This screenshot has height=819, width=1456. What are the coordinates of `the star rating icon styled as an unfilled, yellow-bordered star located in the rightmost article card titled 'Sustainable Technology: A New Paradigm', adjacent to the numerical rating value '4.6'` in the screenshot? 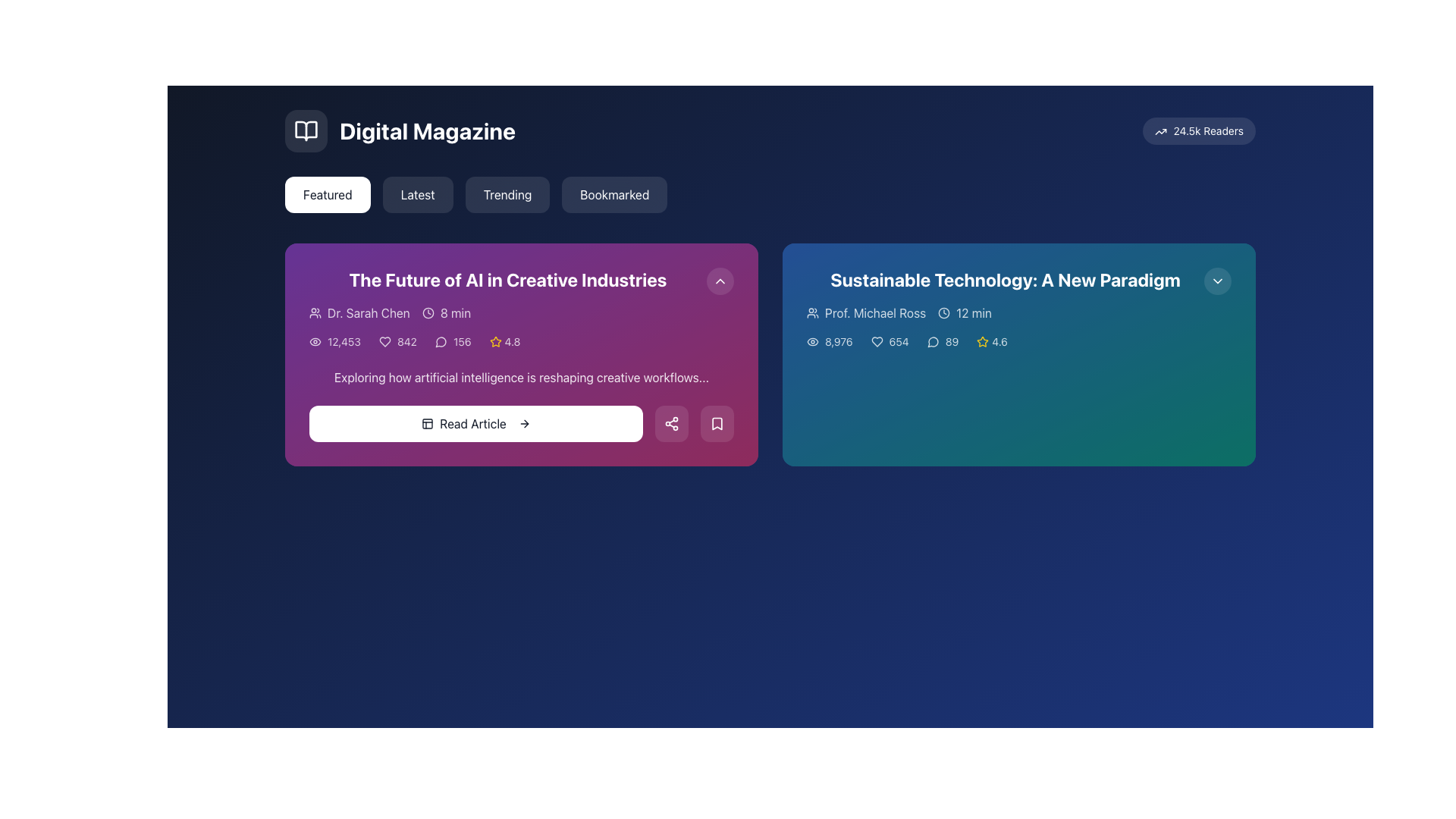 It's located at (983, 342).